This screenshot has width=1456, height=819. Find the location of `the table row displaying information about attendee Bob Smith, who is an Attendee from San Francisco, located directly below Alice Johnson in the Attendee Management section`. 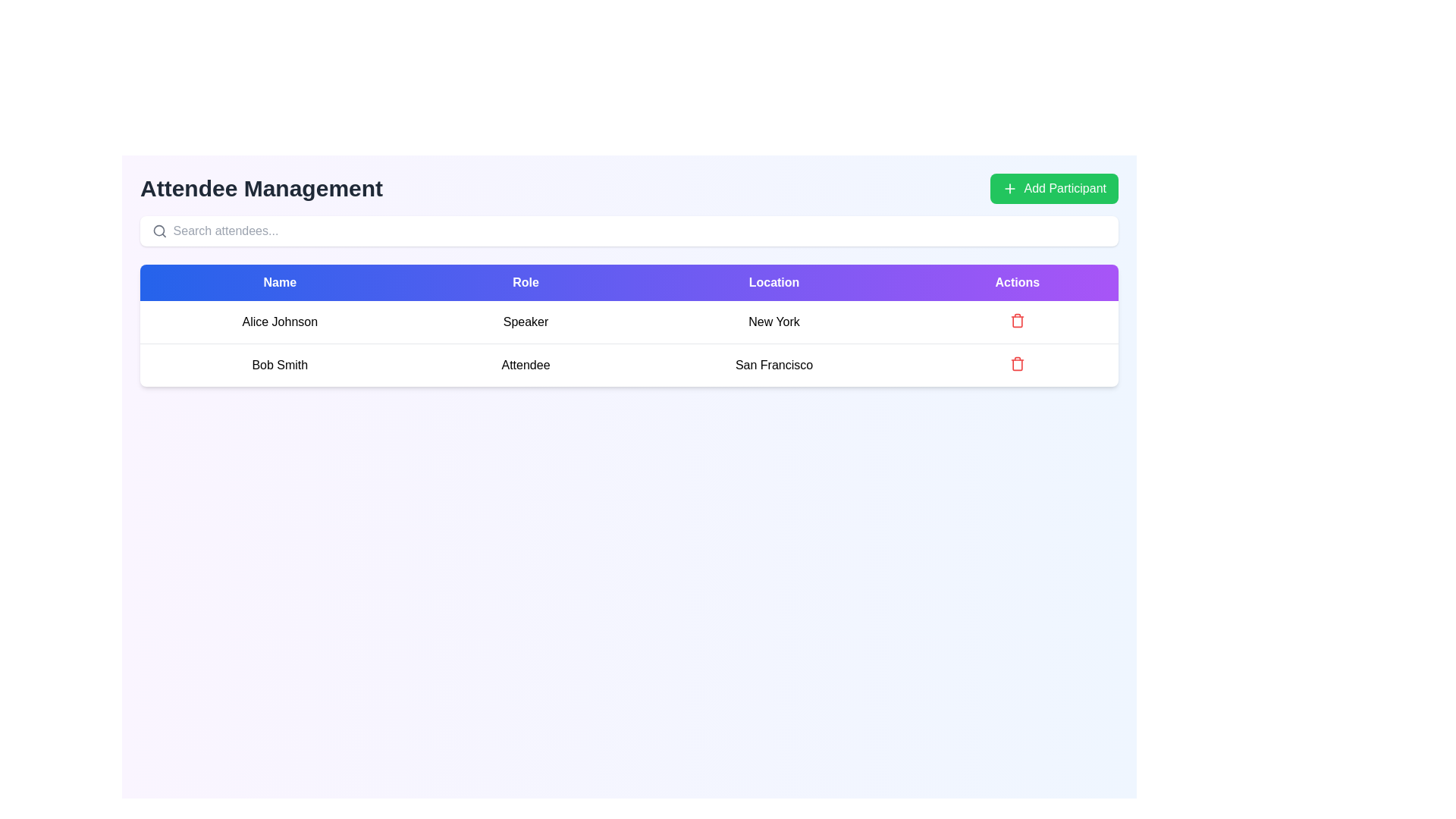

the table row displaying information about attendee Bob Smith, who is an Attendee from San Francisco, located directly below Alice Johnson in the Attendee Management section is located at coordinates (629, 365).